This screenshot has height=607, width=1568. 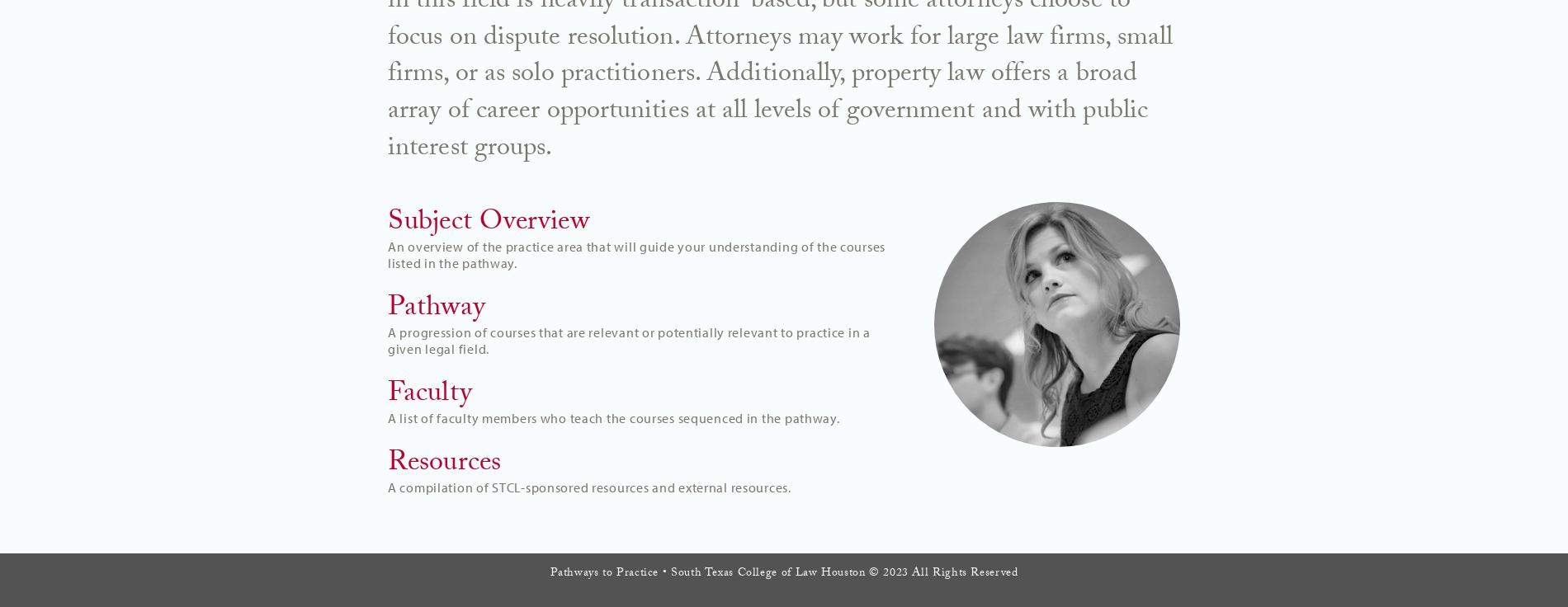 What do you see at coordinates (436, 308) in the screenshot?
I see `'Pathway'` at bounding box center [436, 308].